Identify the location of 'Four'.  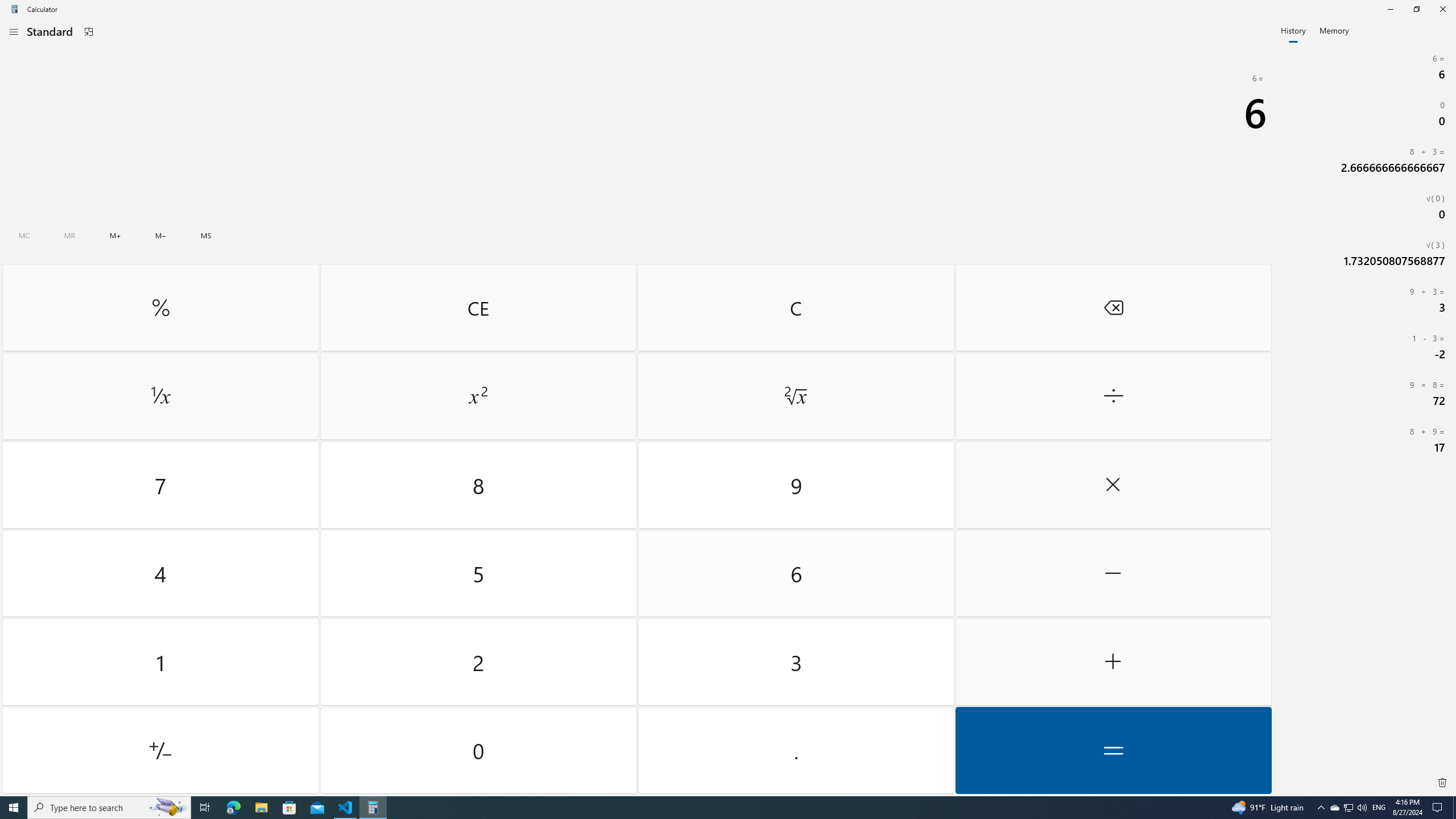
(160, 573).